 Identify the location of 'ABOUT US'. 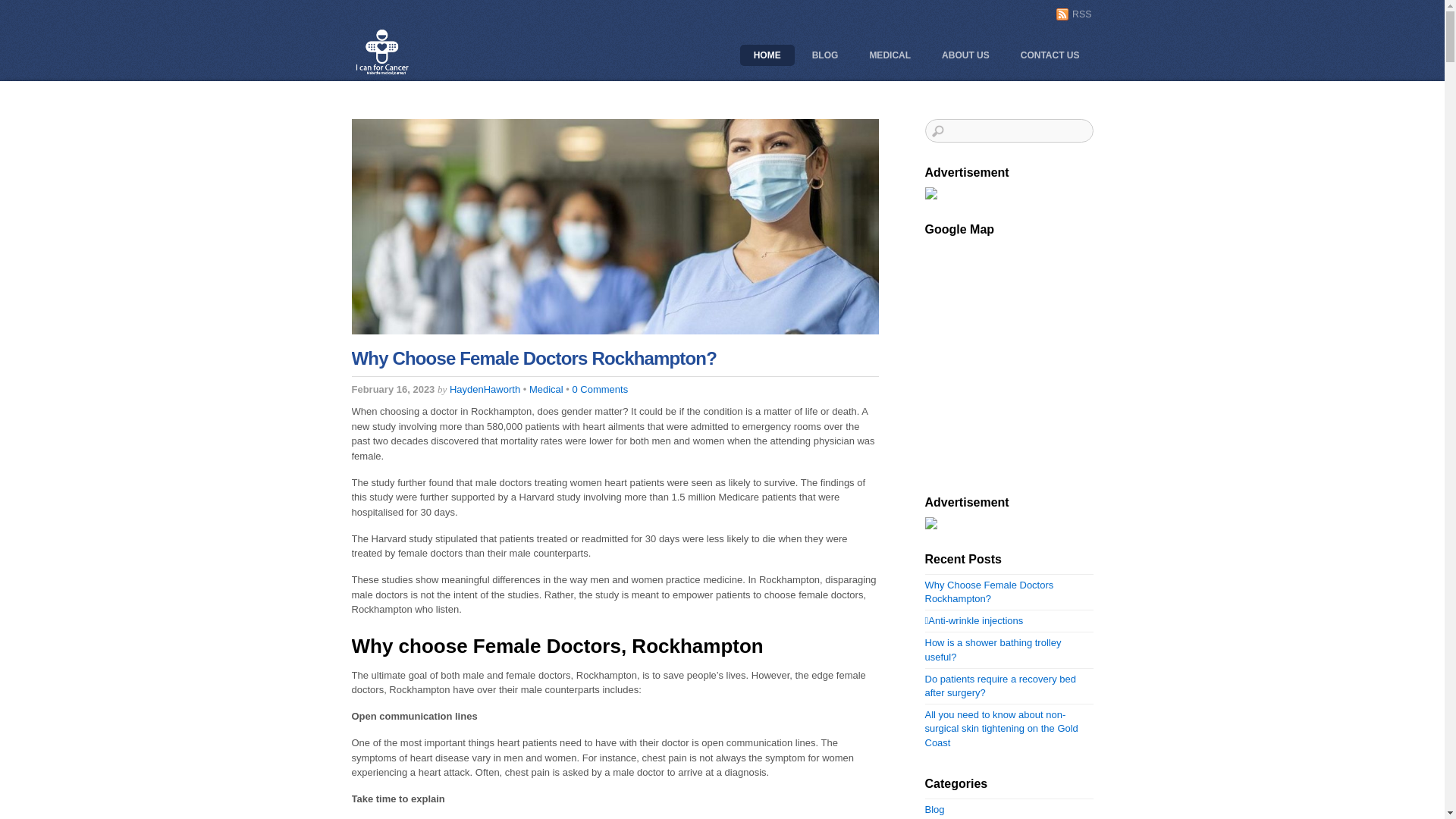
(965, 55).